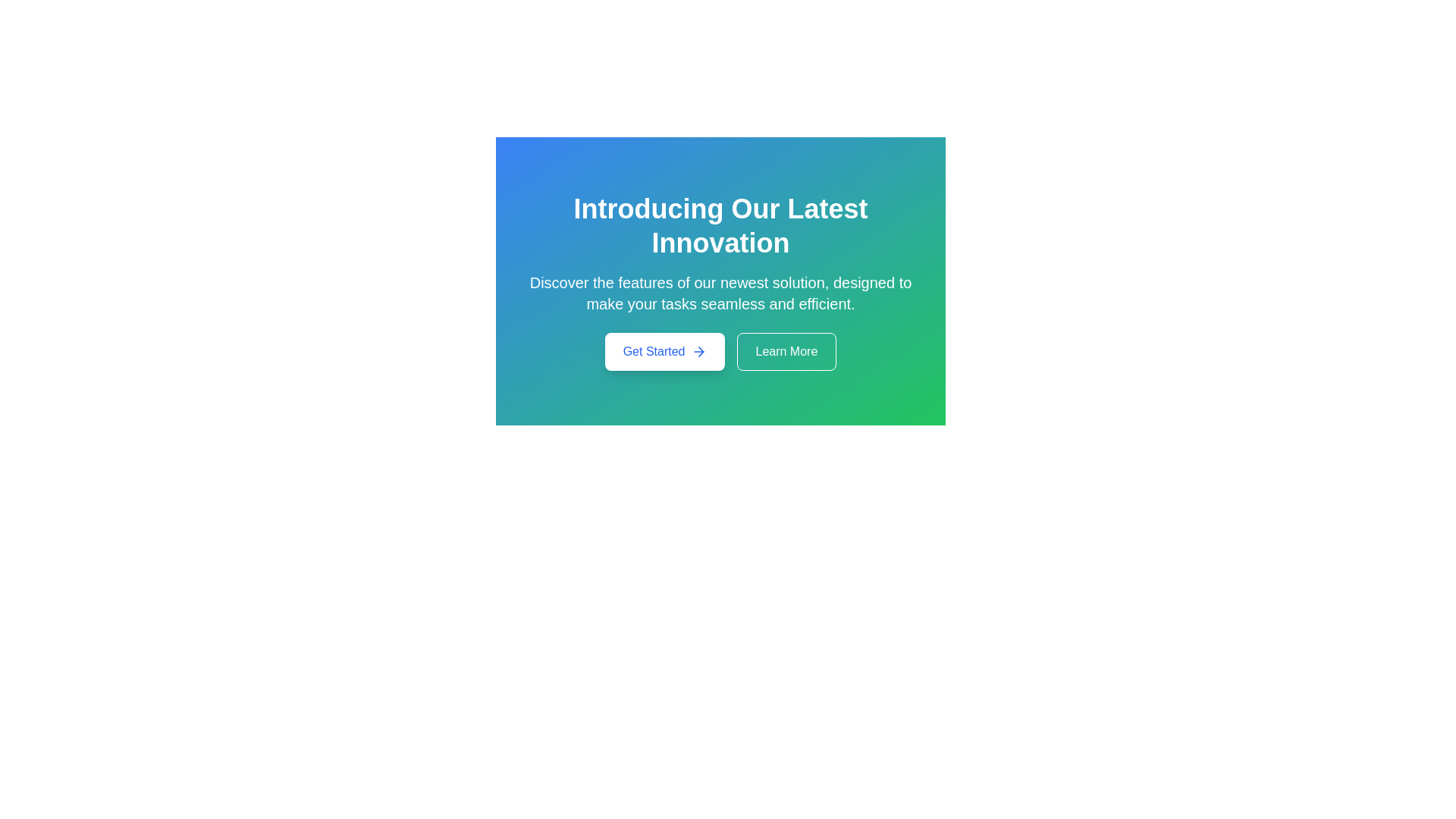 This screenshot has width=1456, height=819. I want to click on the 'Get Started' button, which has rounded edges, a white background, and blue text, so click(664, 351).